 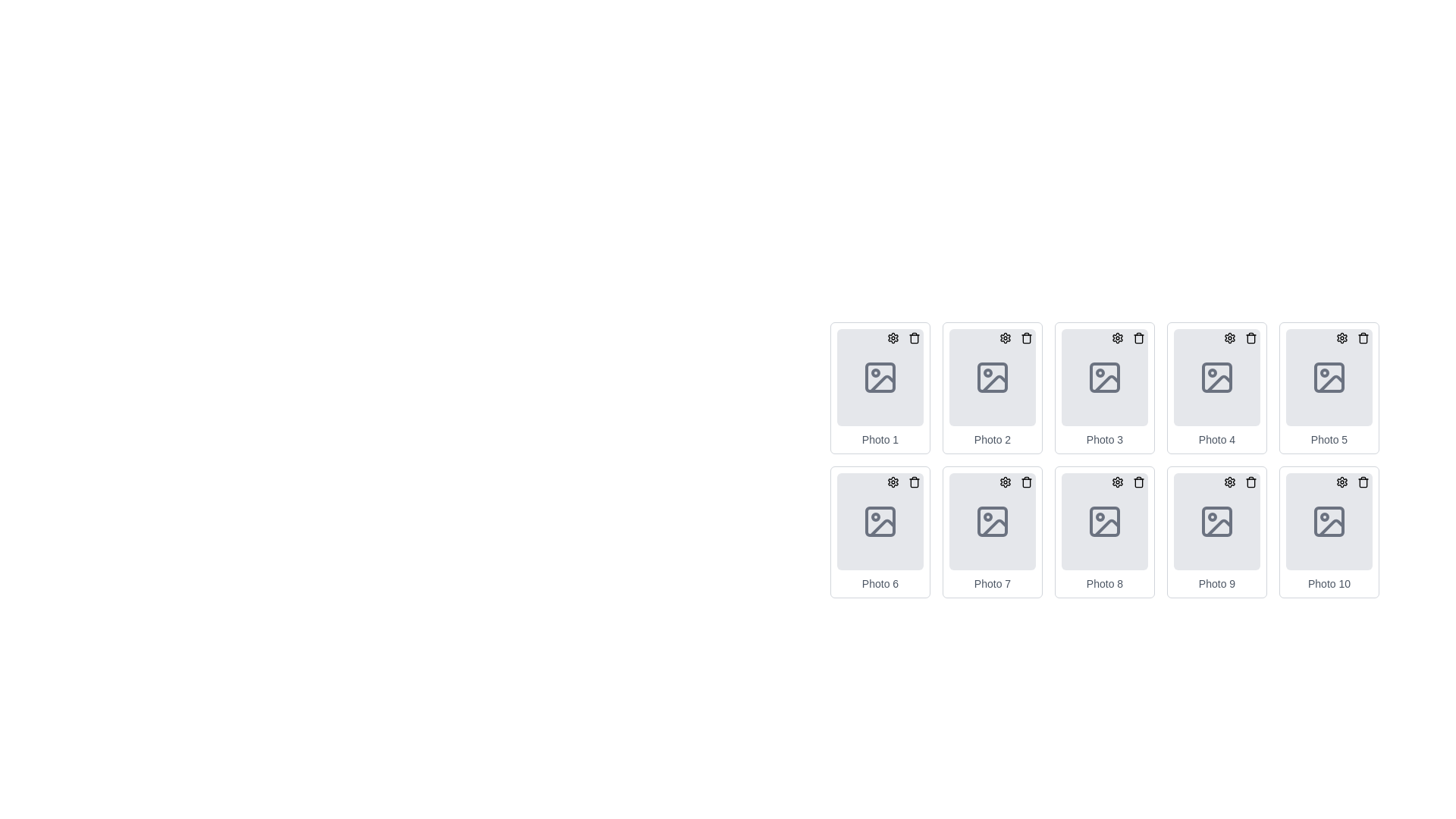 What do you see at coordinates (913, 482) in the screenshot?
I see `the delete icon button for 'Photo 6'` at bounding box center [913, 482].